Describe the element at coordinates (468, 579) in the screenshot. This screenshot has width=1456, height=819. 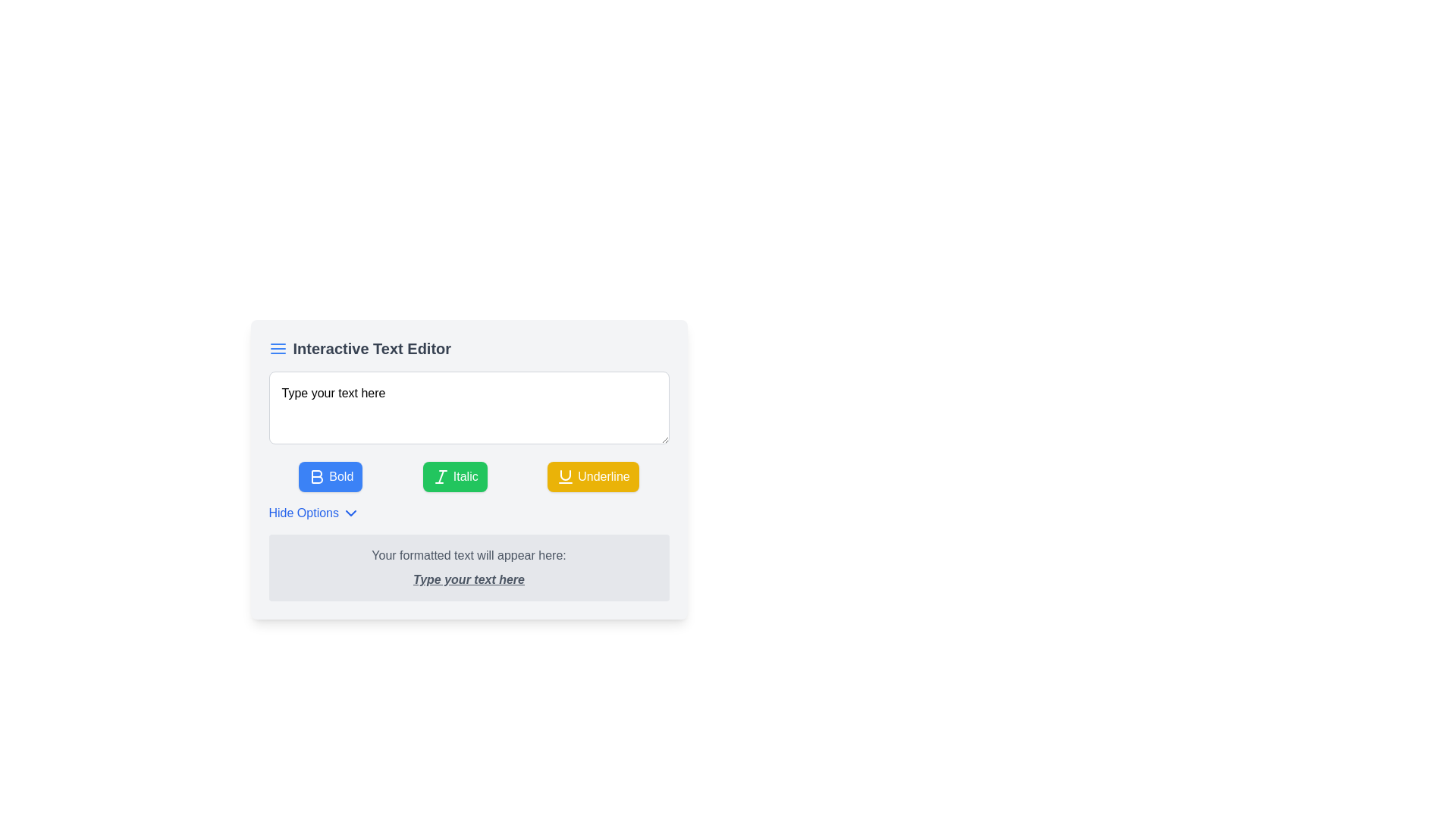
I see `the text display element styled with italic, bold, and underline formatting that contains the content 'Type your text here', located below the label 'Your formatted text will appear here:'` at that location.